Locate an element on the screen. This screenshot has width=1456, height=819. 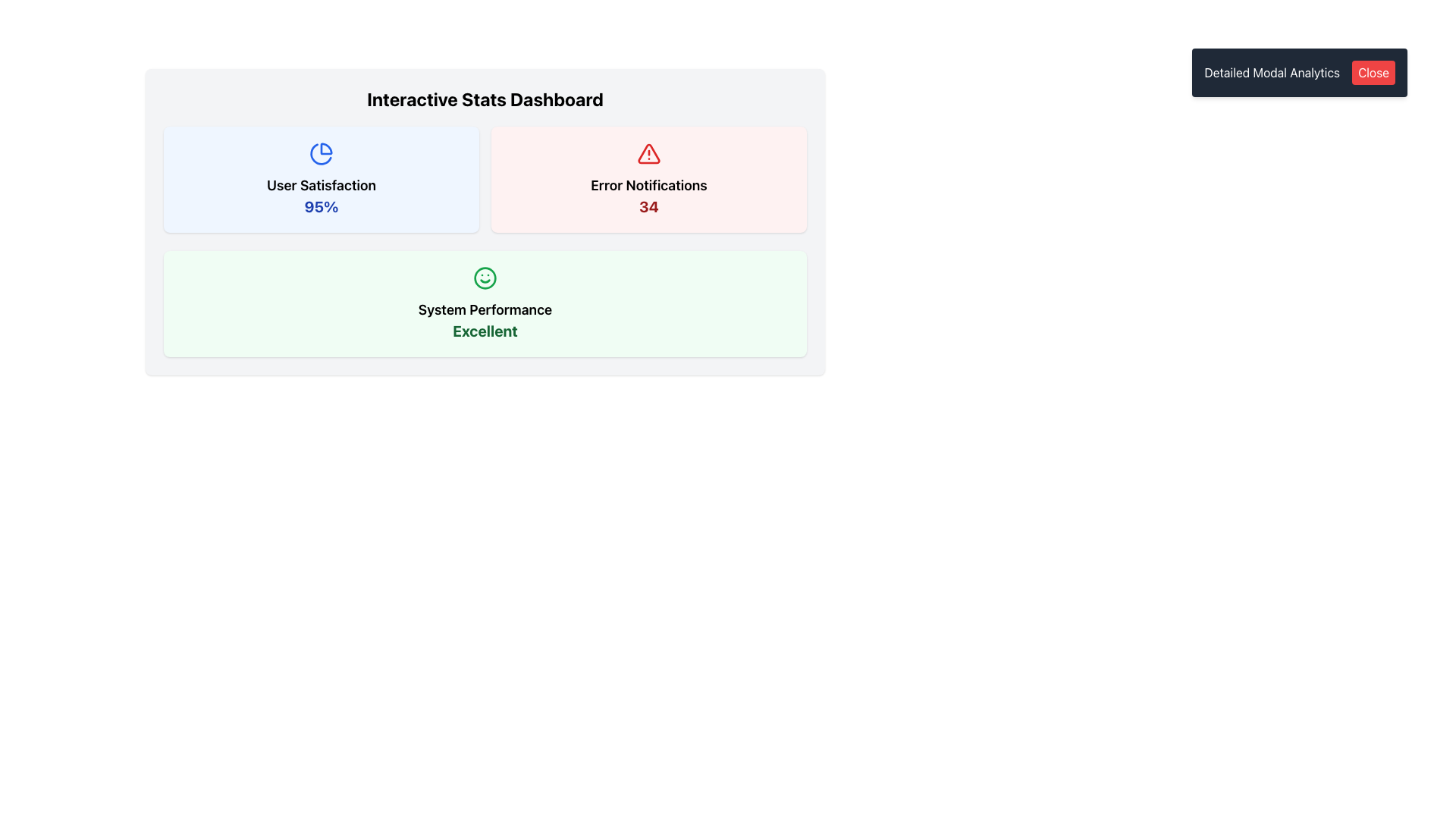
the bold title 'Interactive Stats Dashboard' which is centrally aligned at the top of the panel is located at coordinates (484, 99).